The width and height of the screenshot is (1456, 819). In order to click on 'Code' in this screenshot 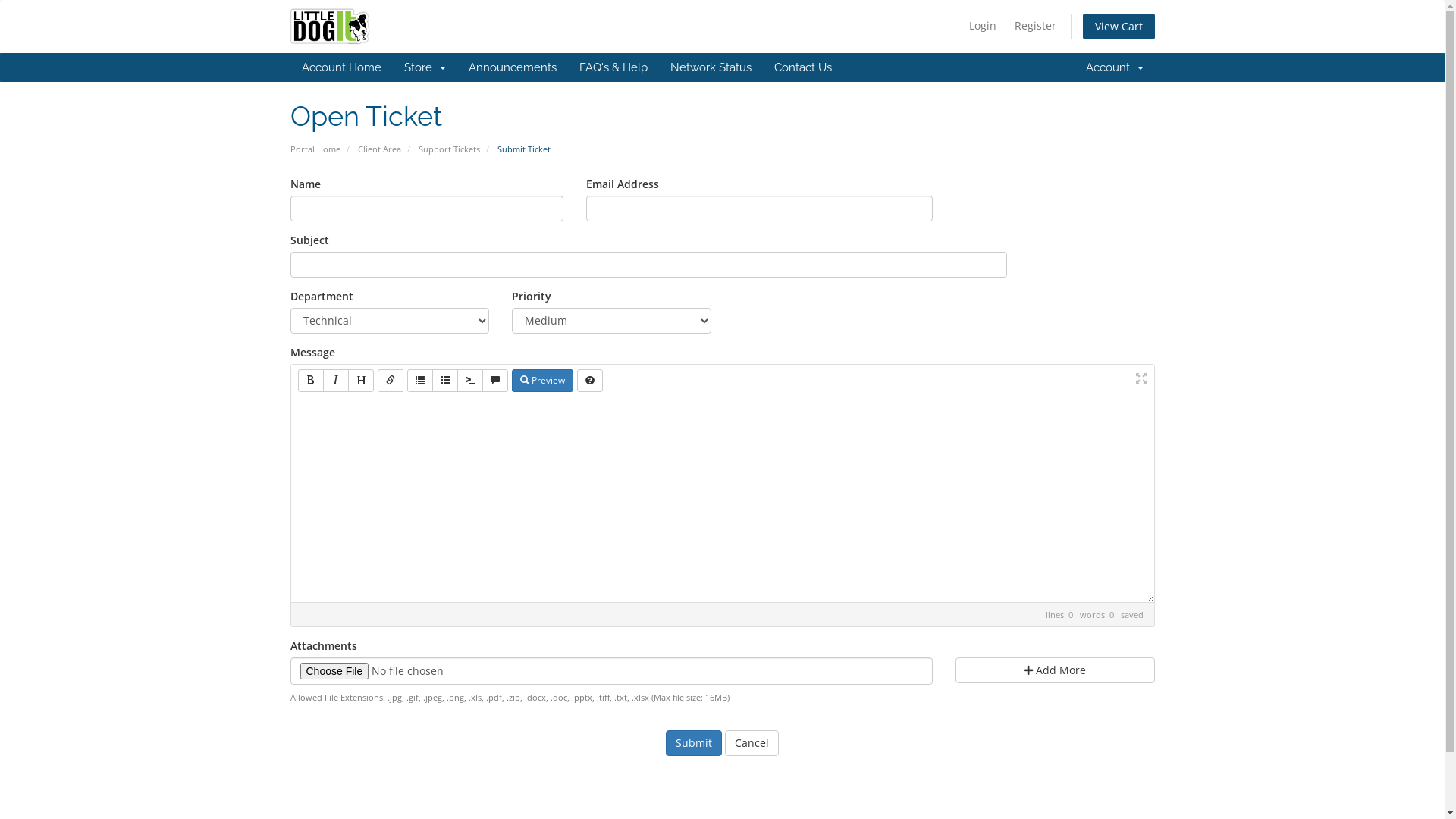, I will do `click(455, 379)`.